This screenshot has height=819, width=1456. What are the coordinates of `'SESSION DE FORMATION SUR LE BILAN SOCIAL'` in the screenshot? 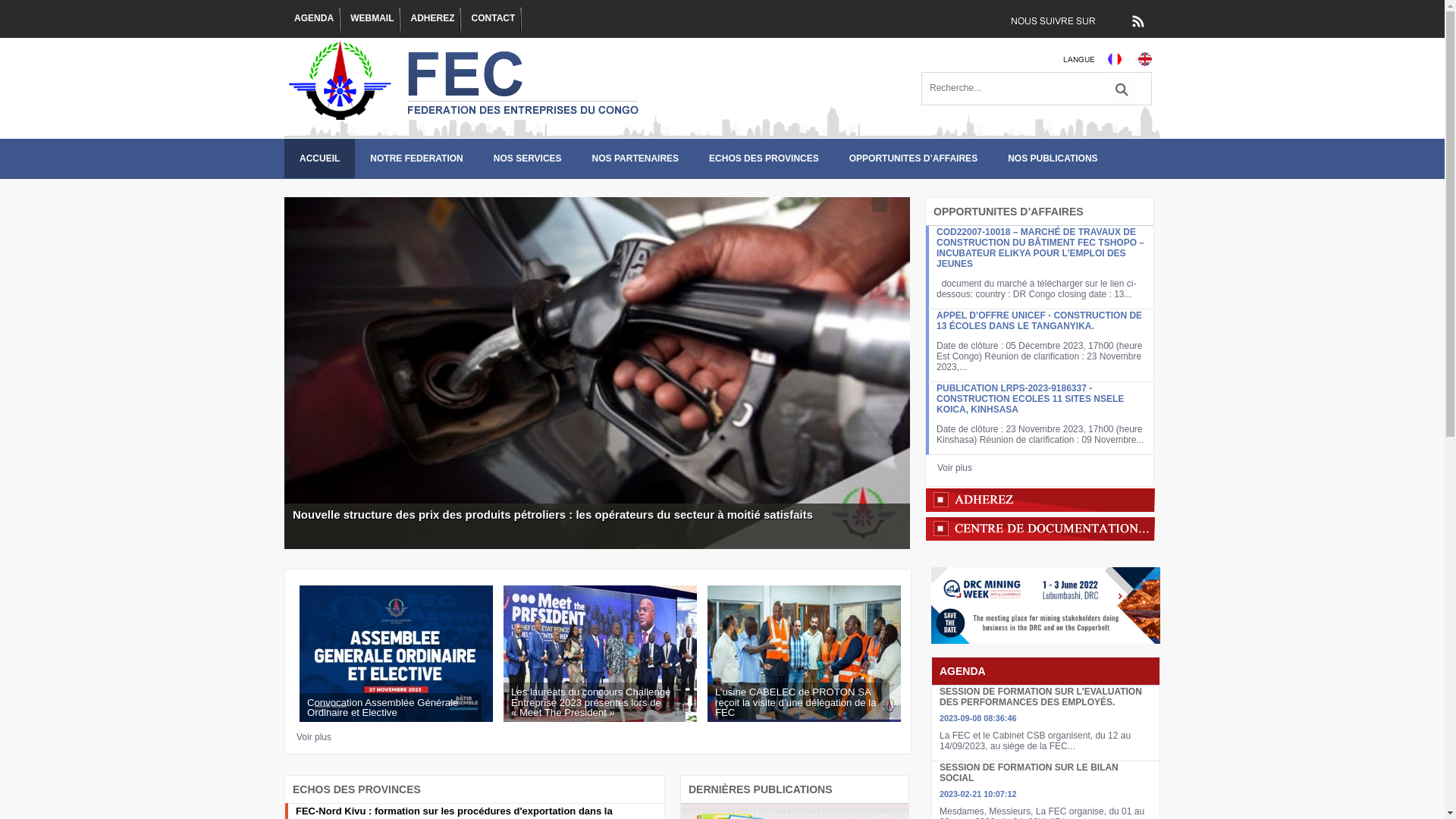 It's located at (1029, 772).